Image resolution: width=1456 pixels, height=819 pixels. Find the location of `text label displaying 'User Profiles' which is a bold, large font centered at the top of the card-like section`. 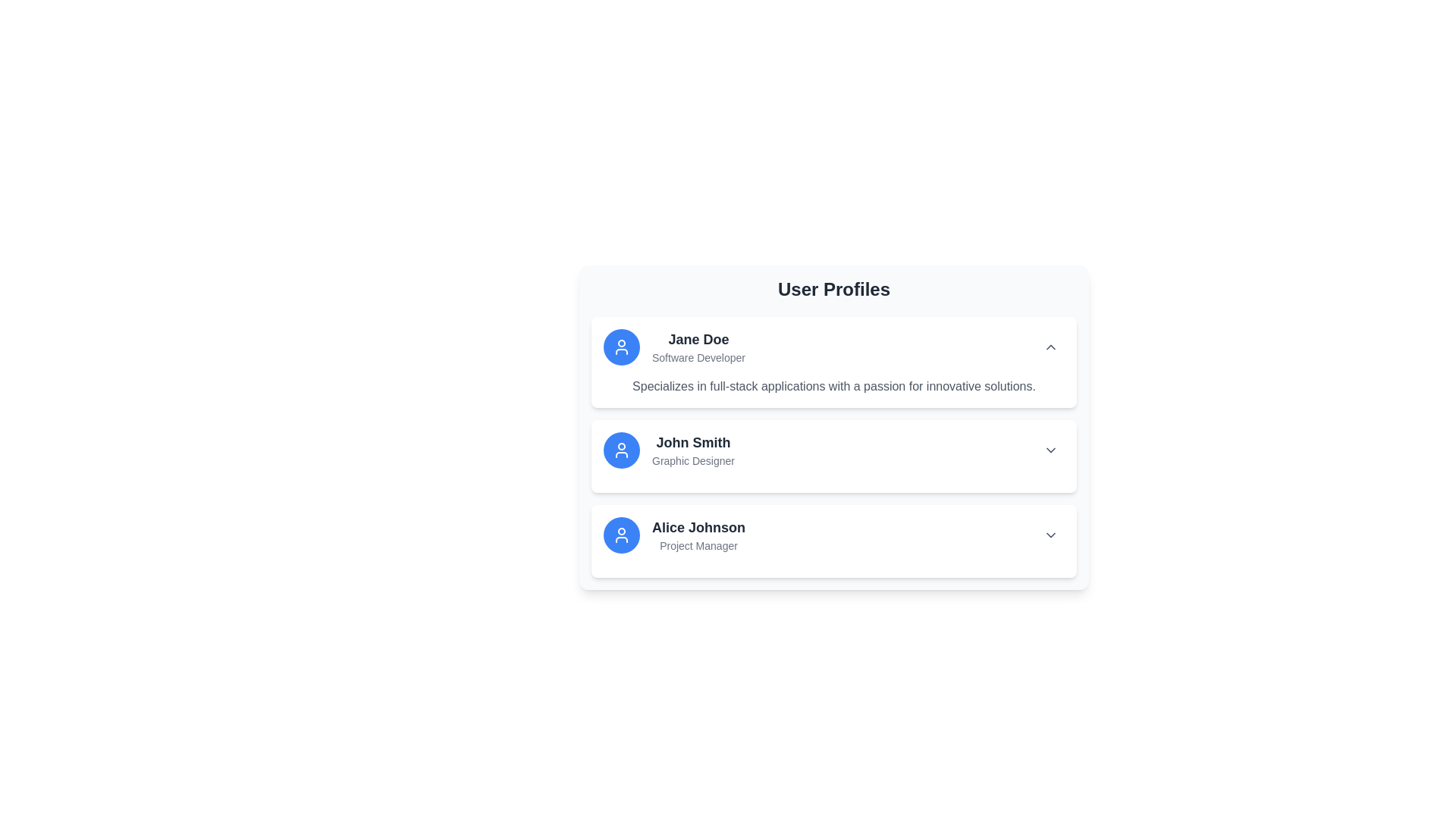

text label displaying 'User Profiles' which is a bold, large font centered at the top of the card-like section is located at coordinates (833, 289).